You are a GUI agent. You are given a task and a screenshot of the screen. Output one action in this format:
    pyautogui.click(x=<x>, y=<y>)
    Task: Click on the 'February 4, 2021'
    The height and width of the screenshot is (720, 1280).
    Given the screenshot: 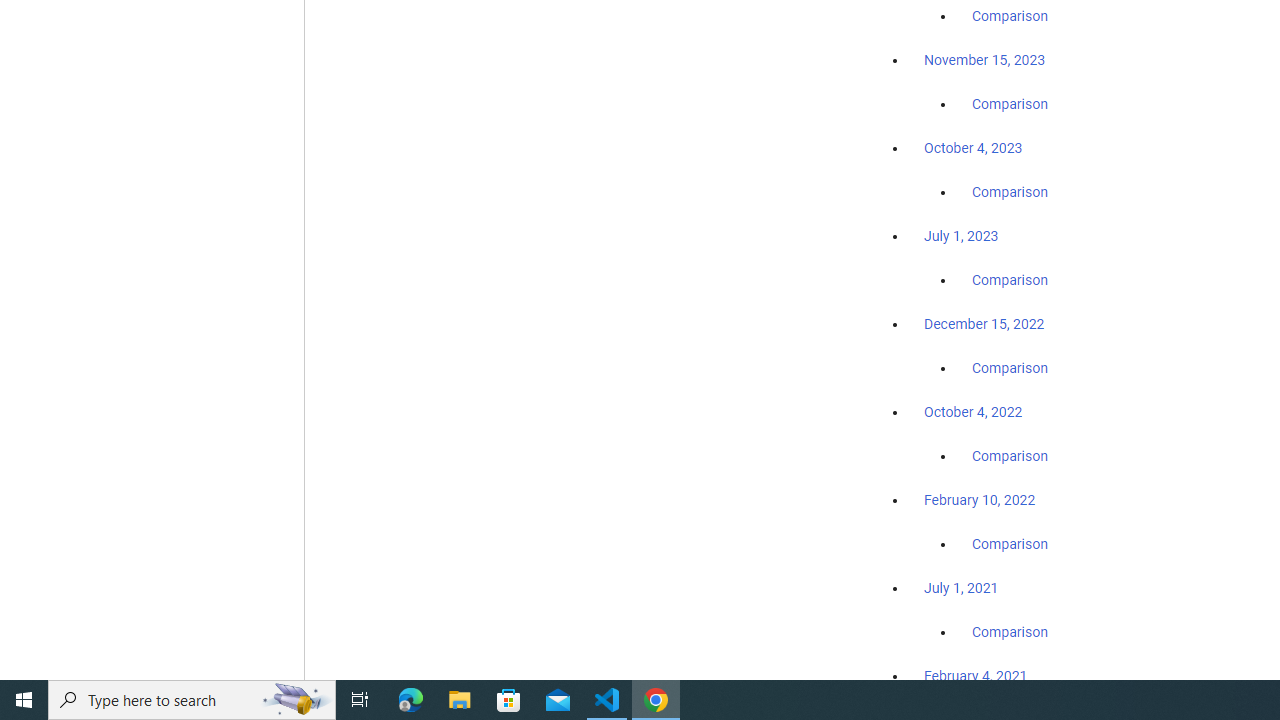 What is the action you would take?
    pyautogui.click(x=976, y=675)
    